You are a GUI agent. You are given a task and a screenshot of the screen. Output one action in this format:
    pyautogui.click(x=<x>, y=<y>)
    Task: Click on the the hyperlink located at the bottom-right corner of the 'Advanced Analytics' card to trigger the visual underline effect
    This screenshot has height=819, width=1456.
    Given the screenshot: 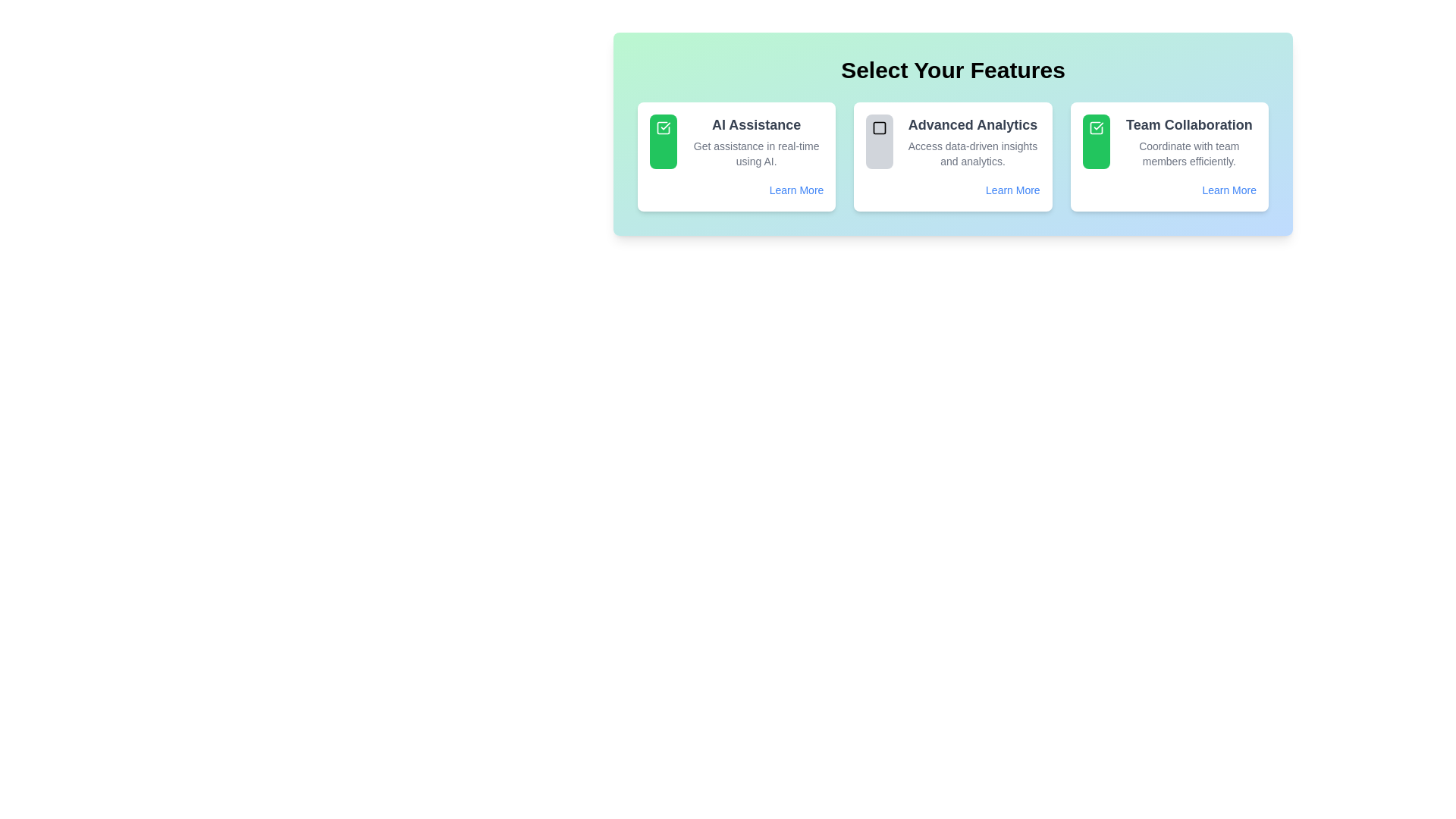 What is the action you would take?
    pyautogui.click(x=1012, y=189)
    